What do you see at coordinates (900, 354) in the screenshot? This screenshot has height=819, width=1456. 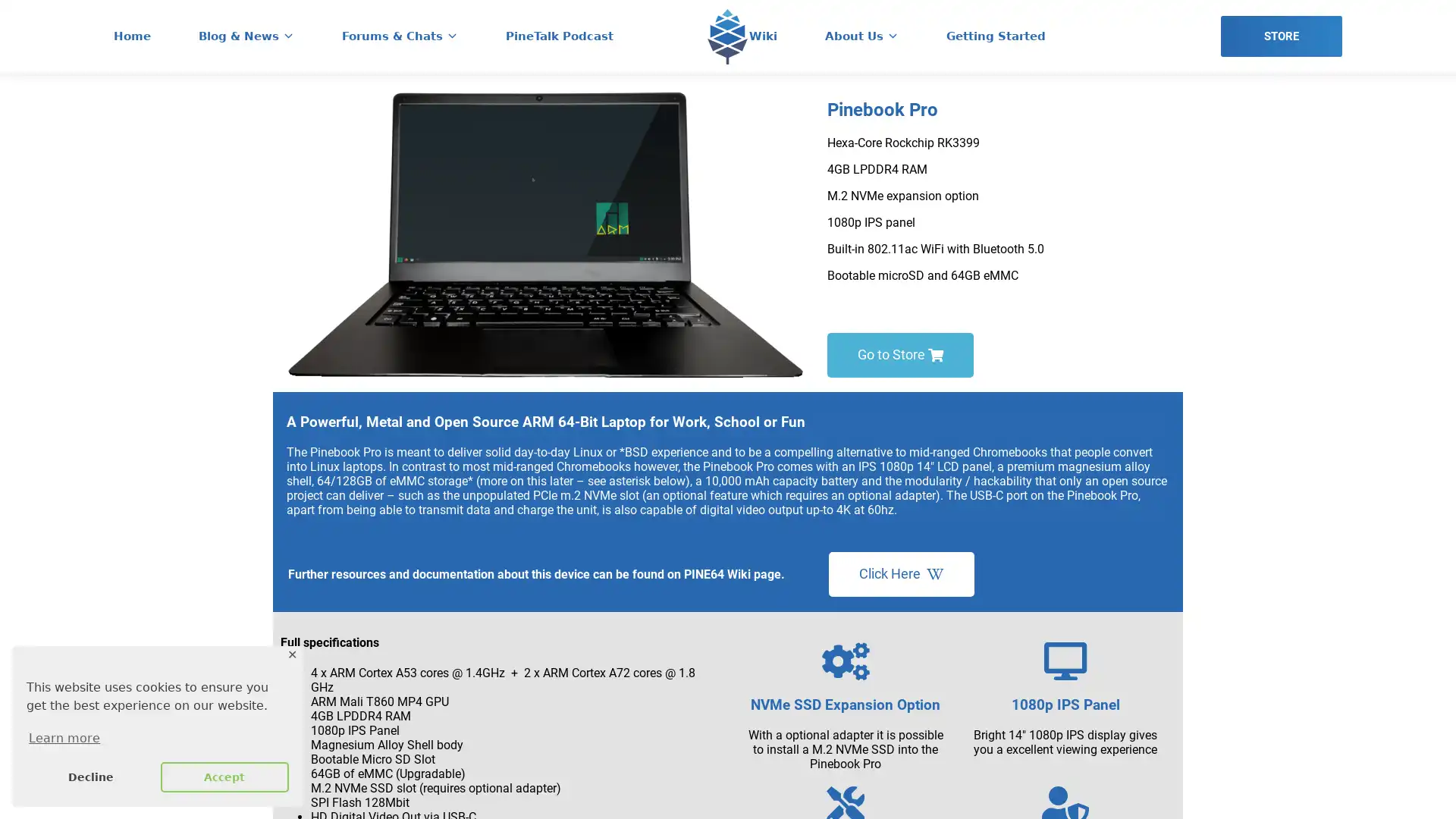 I see `Go to Store` at bounding box center [900, 354].